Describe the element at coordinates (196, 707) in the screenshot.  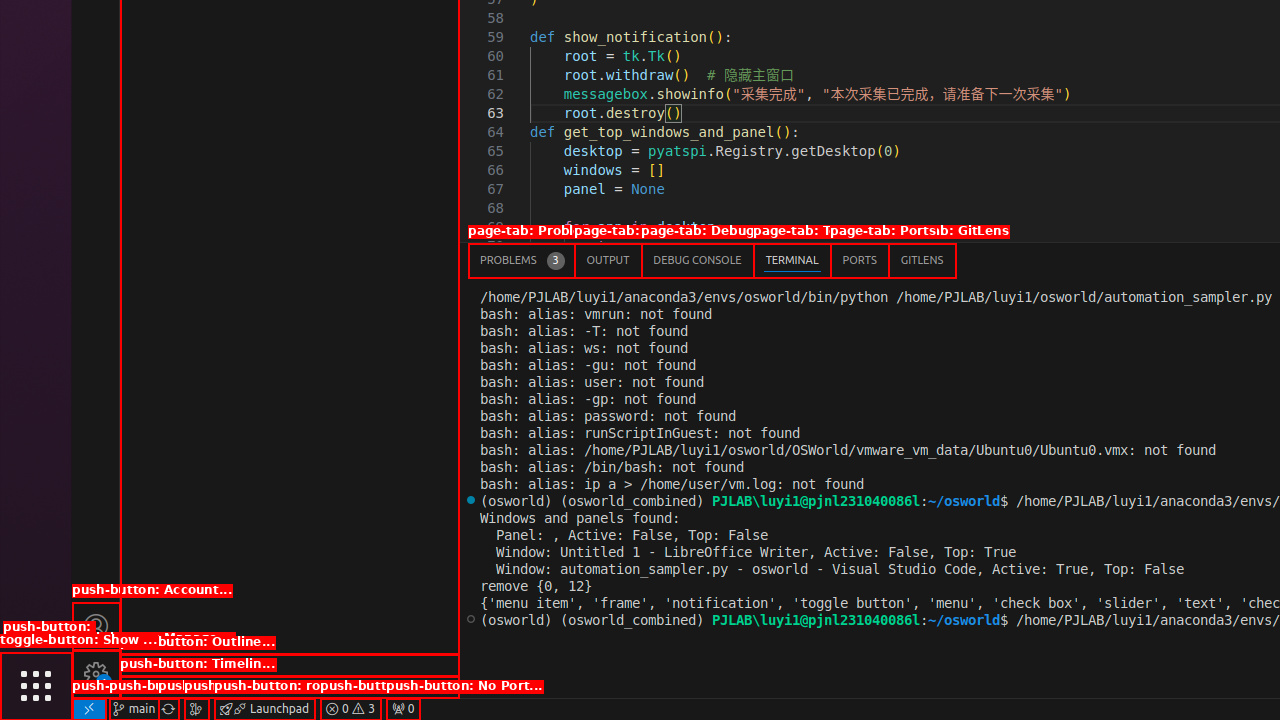
I see `'Show the GitLens Commit Graph'` at that location.